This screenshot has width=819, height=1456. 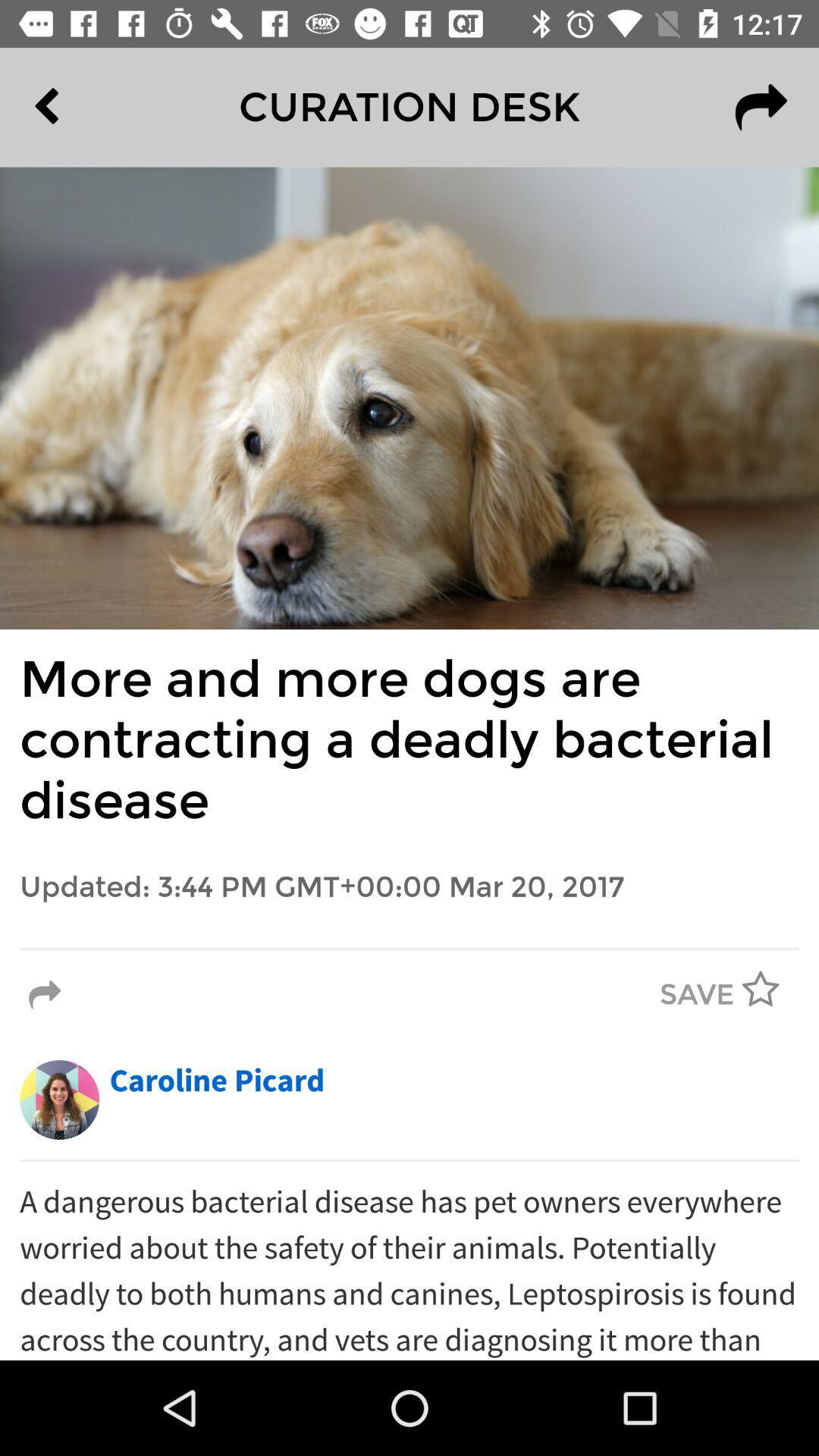 What do you see at coordinates (697, 995) in the screenshot?
I see `save icon` at bounding box center [697, 995].